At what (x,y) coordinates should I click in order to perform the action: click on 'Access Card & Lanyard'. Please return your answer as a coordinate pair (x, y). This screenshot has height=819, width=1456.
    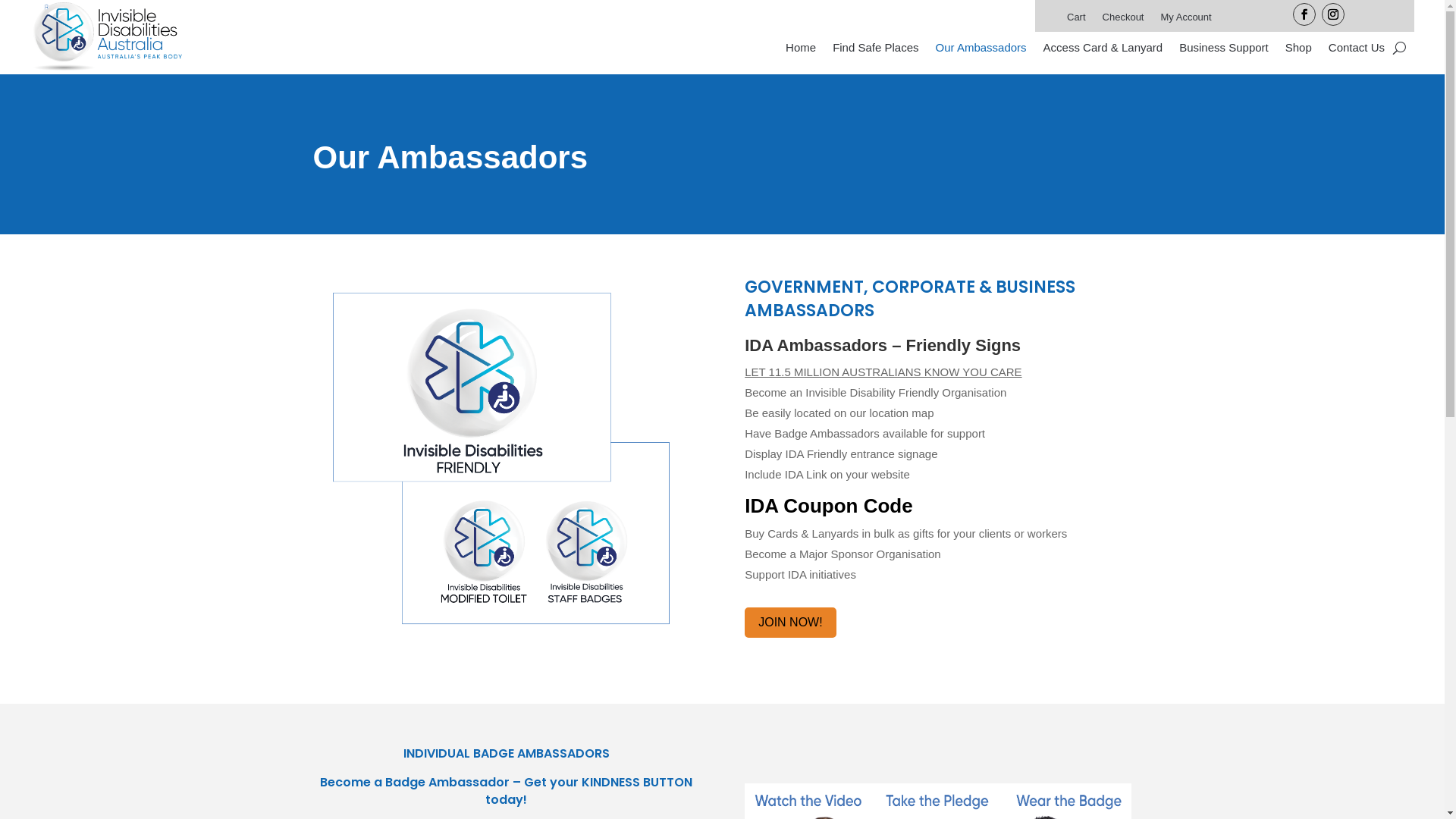
    Looking at the image, I should click on (1043, 49).